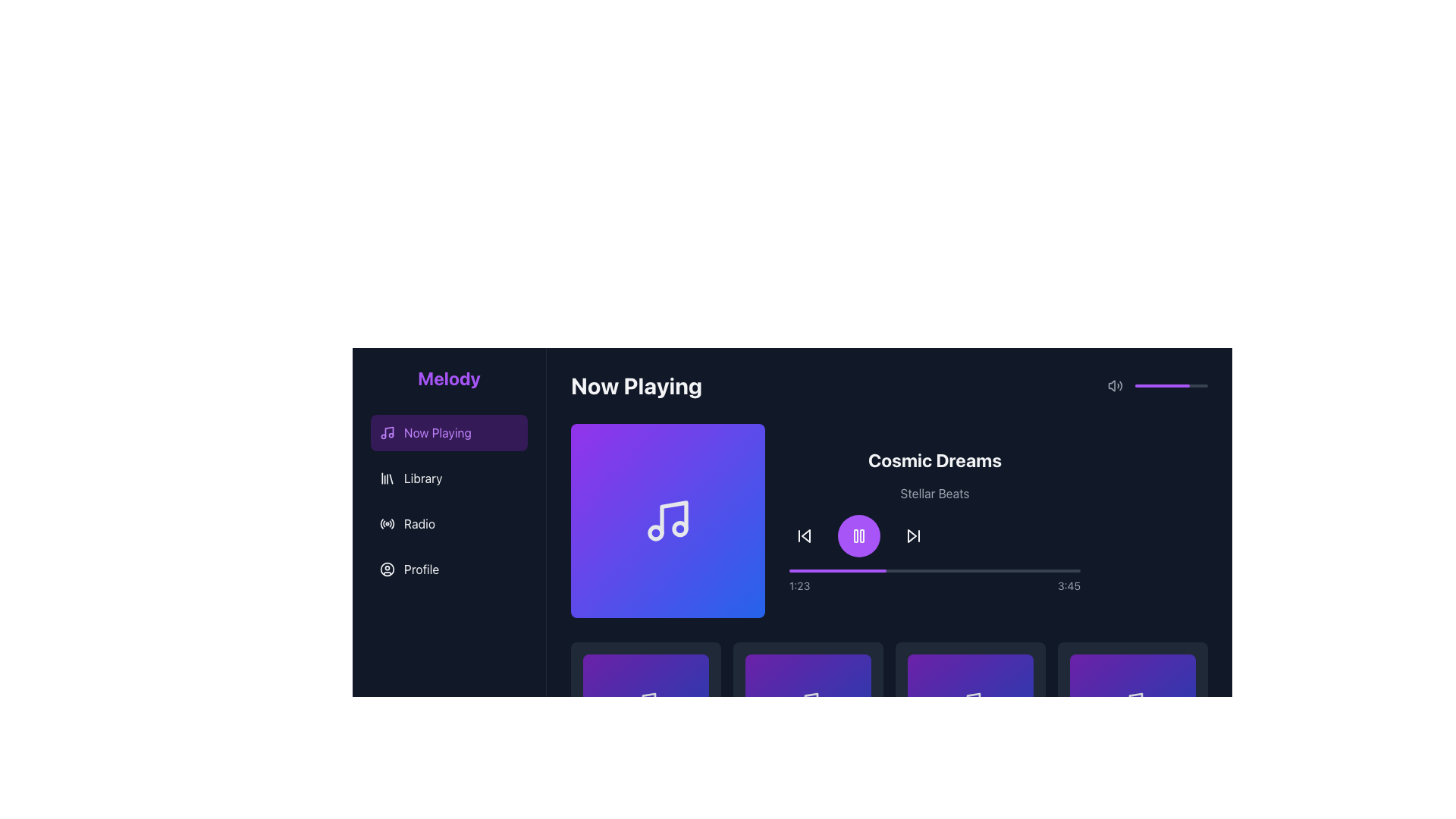 Image resolution: width=1456 pixels, height=819 pixels. What do you see at coordinates (912, 535) in the screenshot?
I see `the skip-forward button, which is an icon with a triangular play symbol and a vertical bar, located to the right of the purple pause button in the media control bar` at bounding box center [912, 535].